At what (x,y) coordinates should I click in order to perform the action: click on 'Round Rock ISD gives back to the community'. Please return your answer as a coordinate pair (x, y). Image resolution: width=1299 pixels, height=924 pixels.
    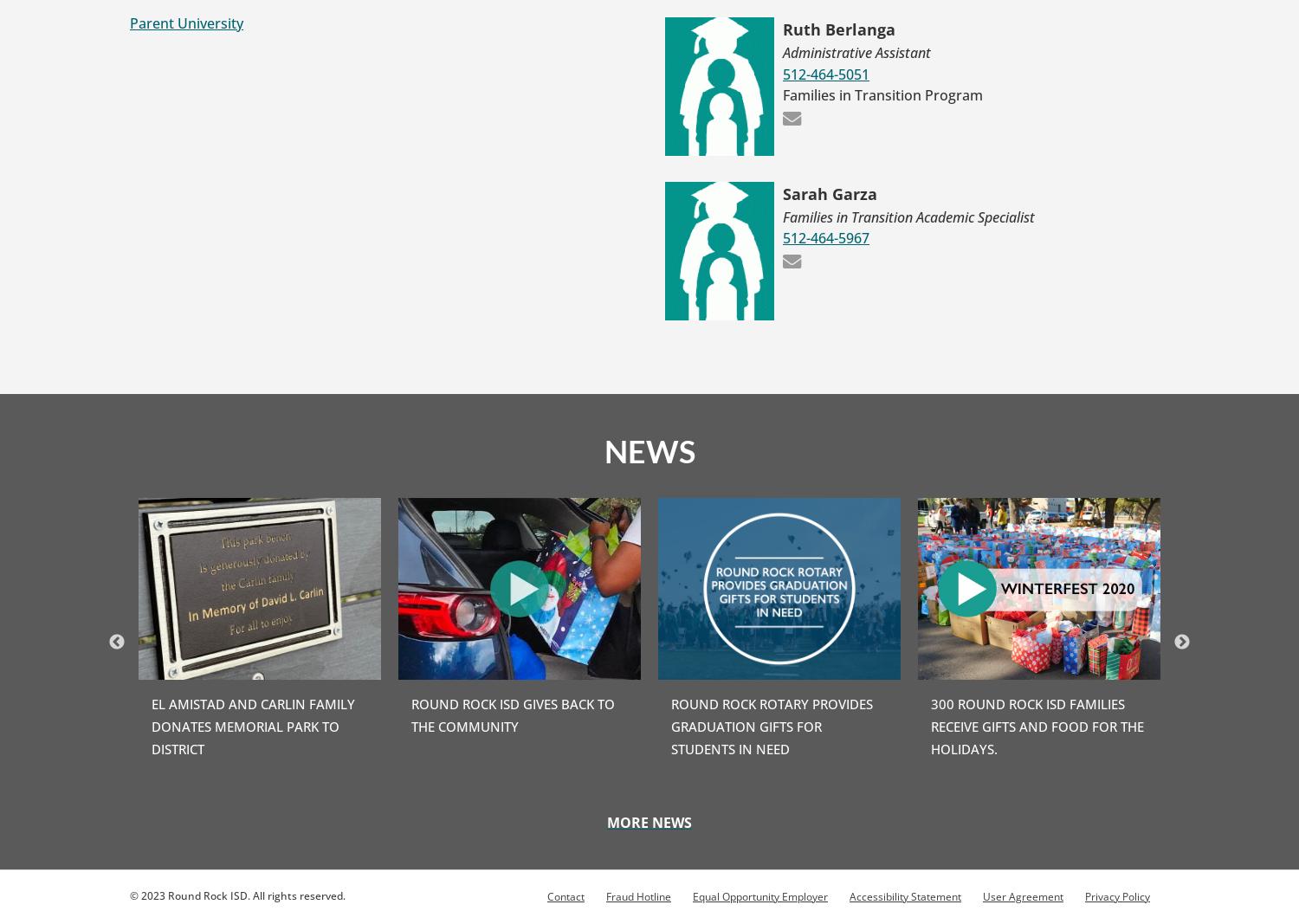
    Looking at the image, I should click on (512, 714).